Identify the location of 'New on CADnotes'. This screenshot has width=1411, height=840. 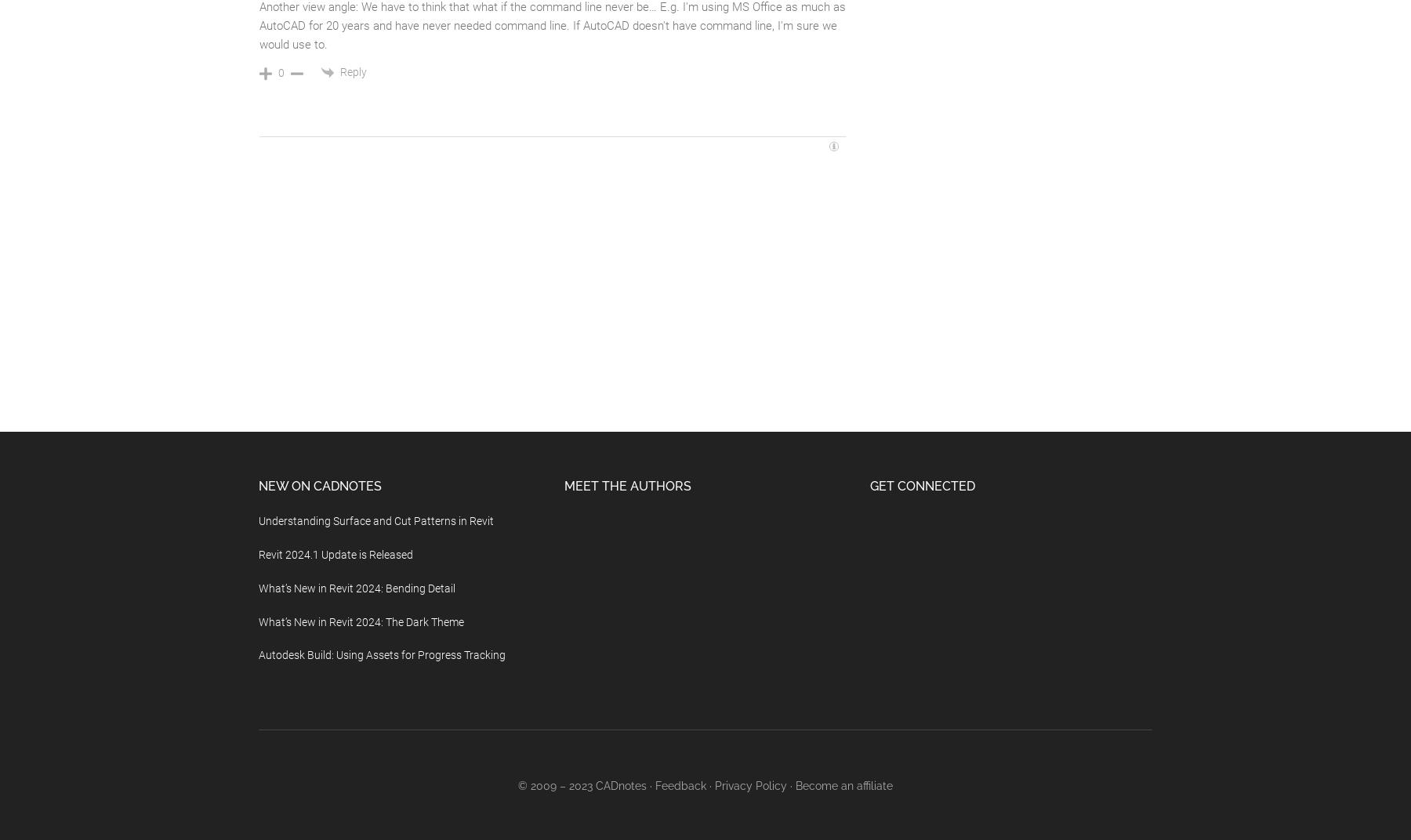
(257, 486).